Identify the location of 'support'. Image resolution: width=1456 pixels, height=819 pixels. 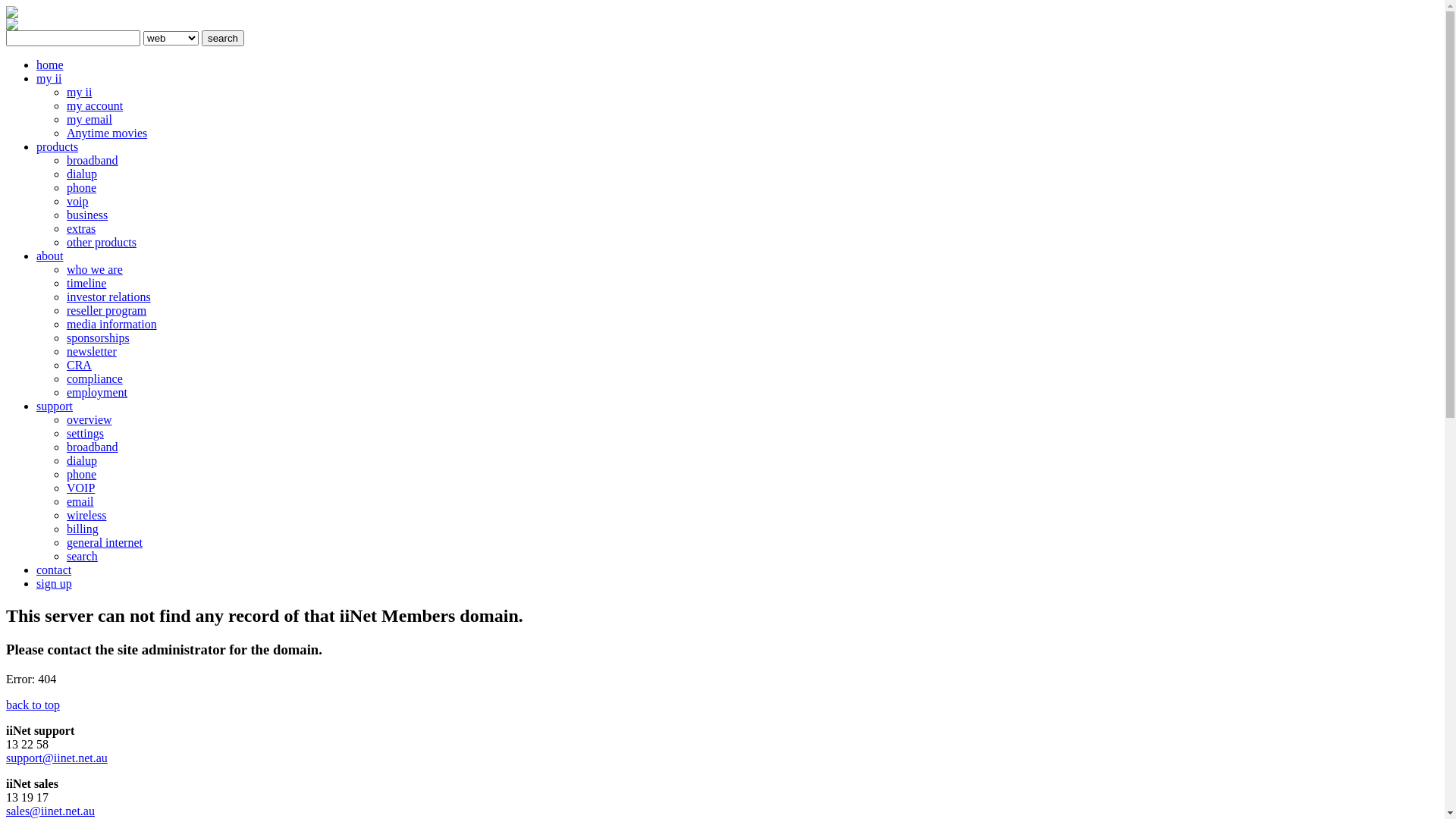
(55, 405).